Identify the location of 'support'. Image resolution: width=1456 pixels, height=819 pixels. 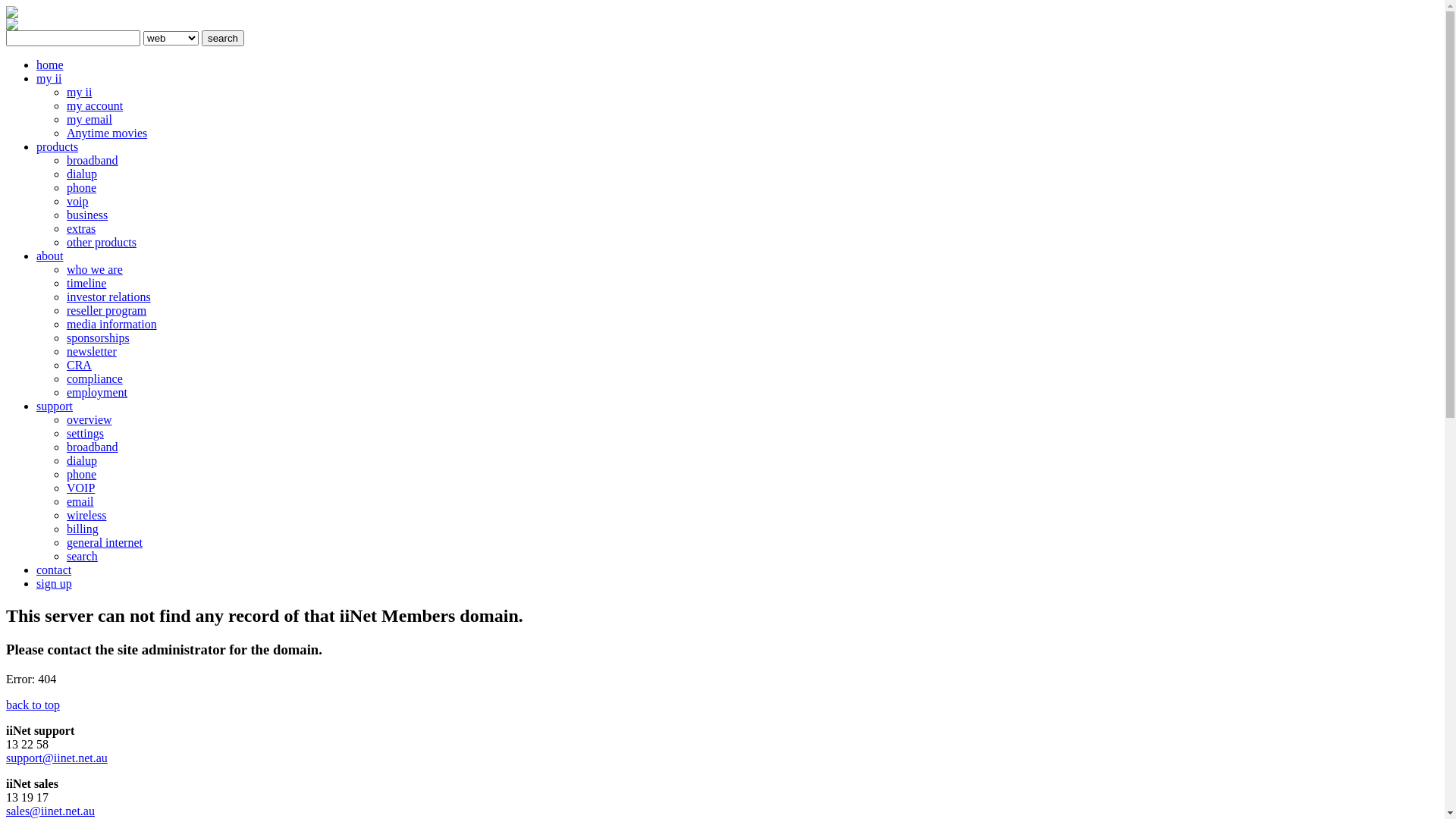
(55, 405).